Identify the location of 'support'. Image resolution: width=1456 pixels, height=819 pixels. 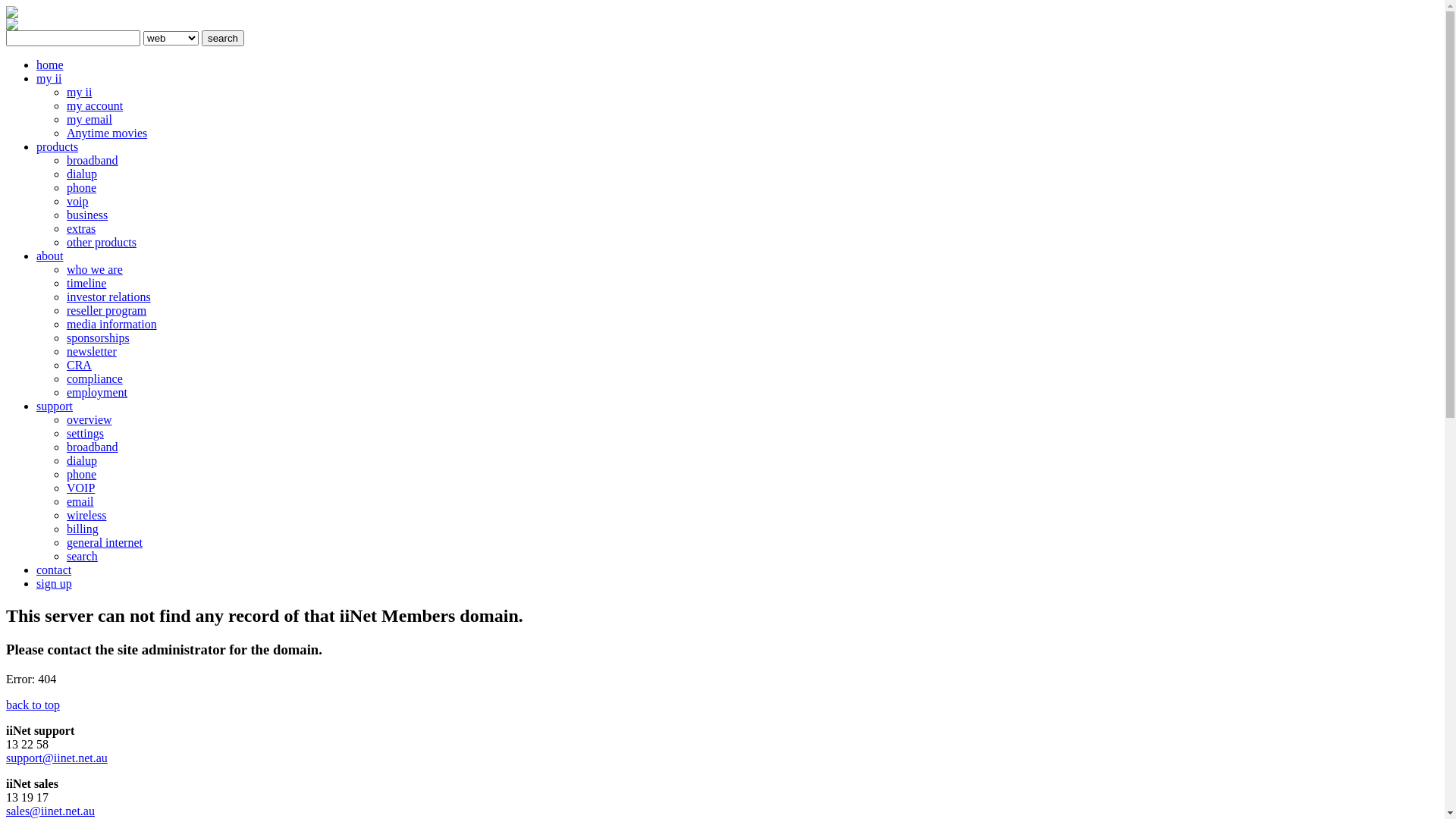
(55, 405).